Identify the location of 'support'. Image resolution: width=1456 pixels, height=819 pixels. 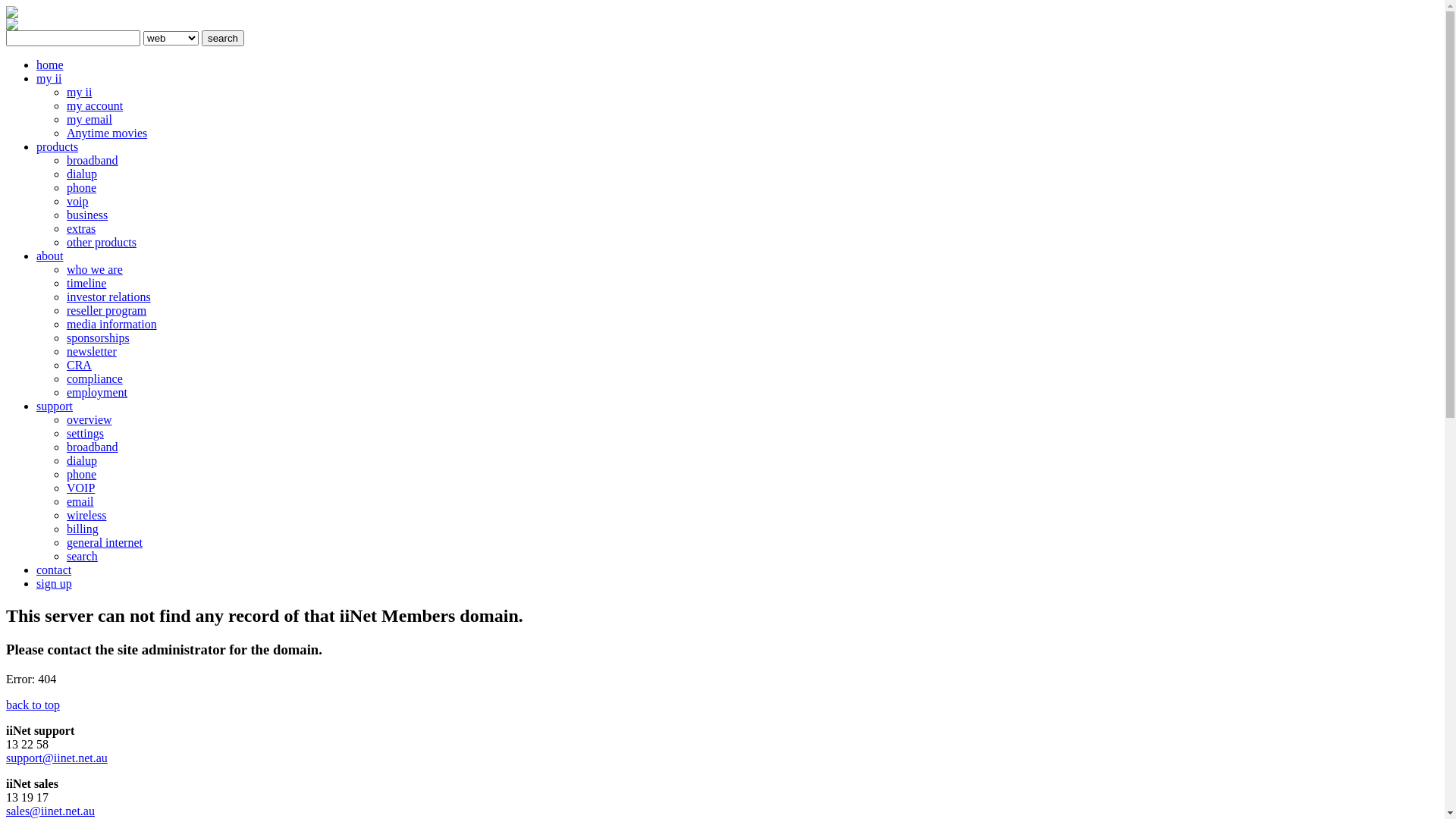
(55, 405).